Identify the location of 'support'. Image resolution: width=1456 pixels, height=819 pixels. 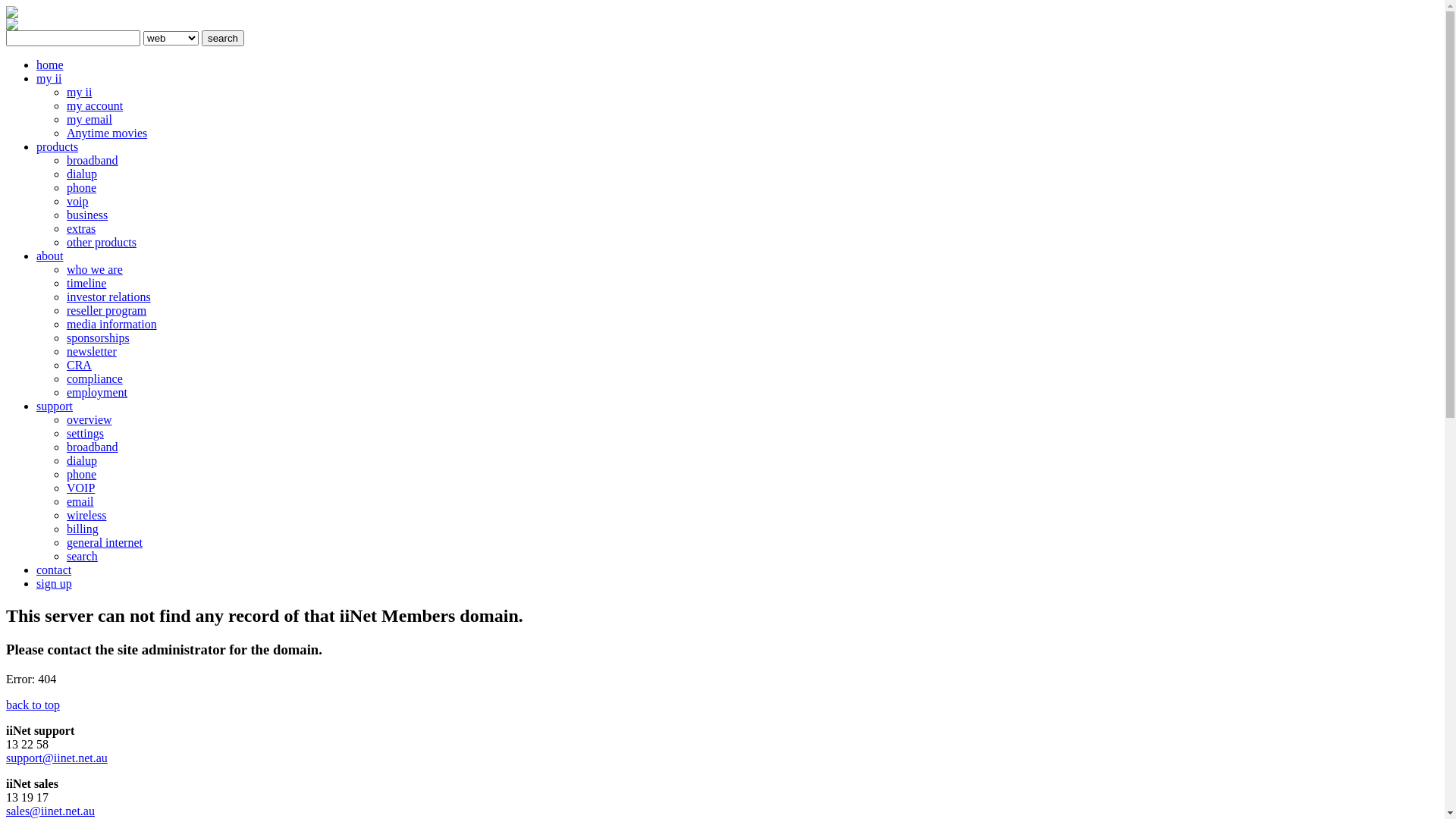
(55, 405).